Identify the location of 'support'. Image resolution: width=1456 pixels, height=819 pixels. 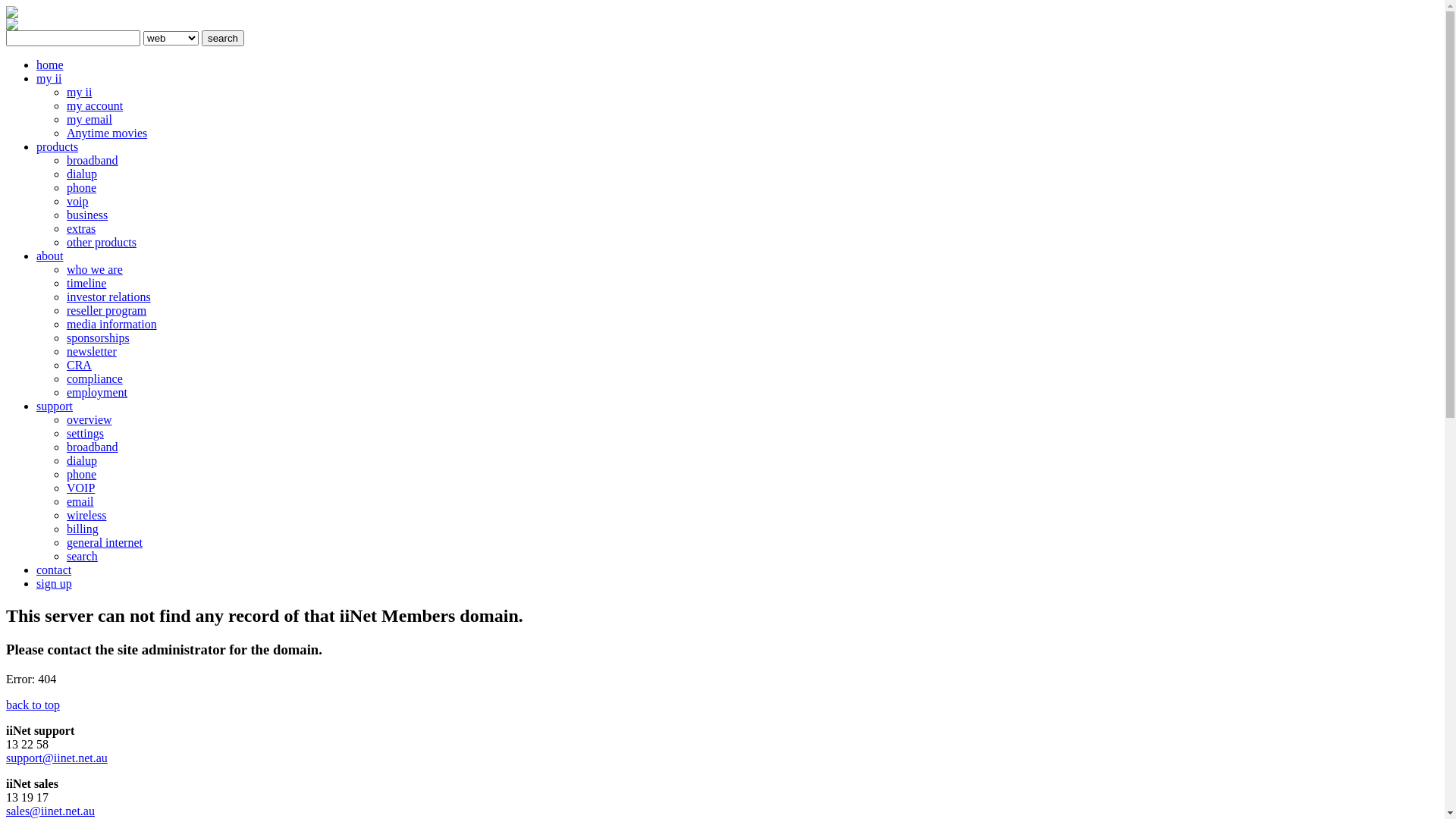
(55, 405).